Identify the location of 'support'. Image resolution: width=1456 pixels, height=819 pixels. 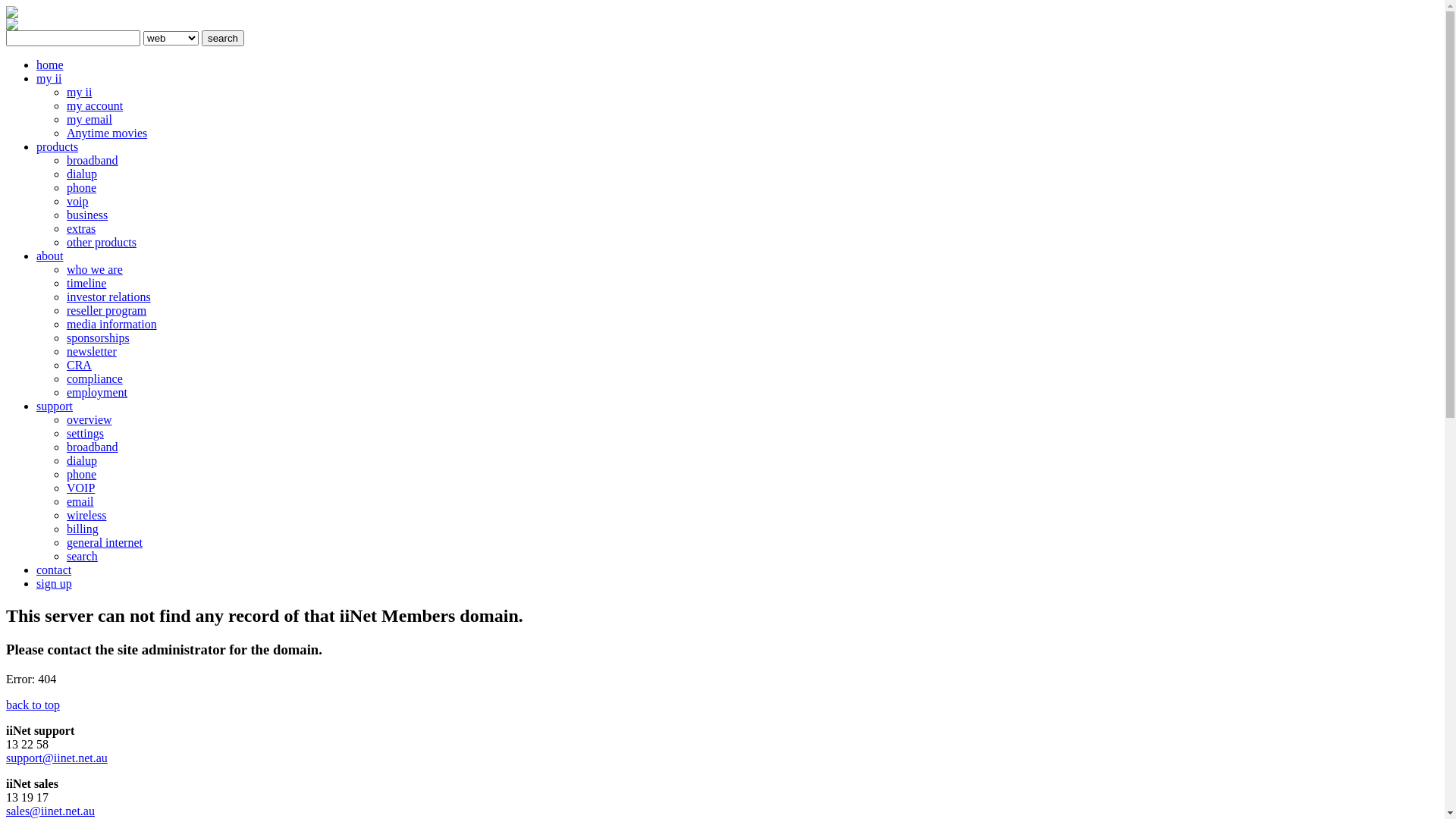
(55, 405).